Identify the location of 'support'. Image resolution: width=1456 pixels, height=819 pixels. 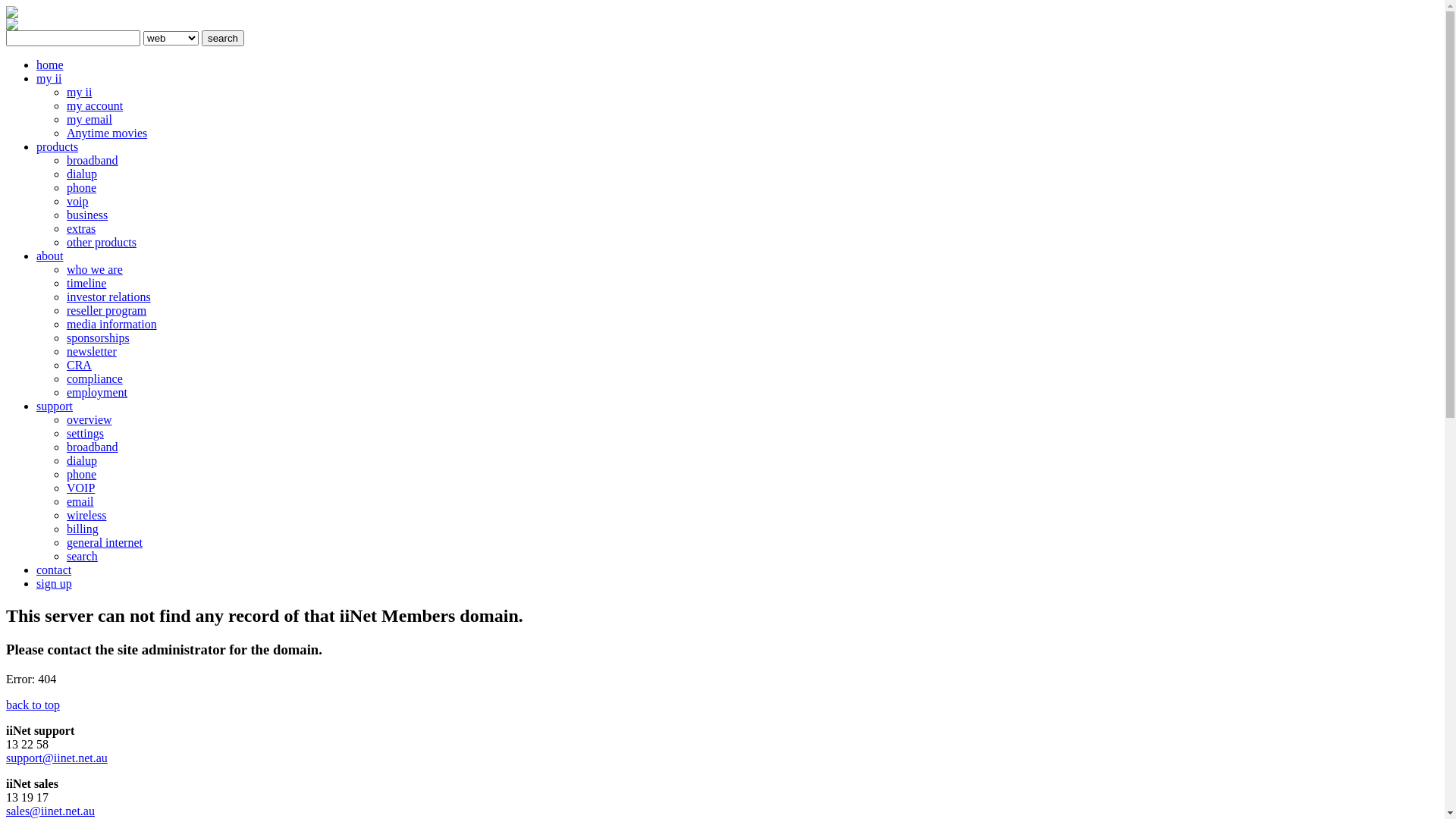
(55, 405).